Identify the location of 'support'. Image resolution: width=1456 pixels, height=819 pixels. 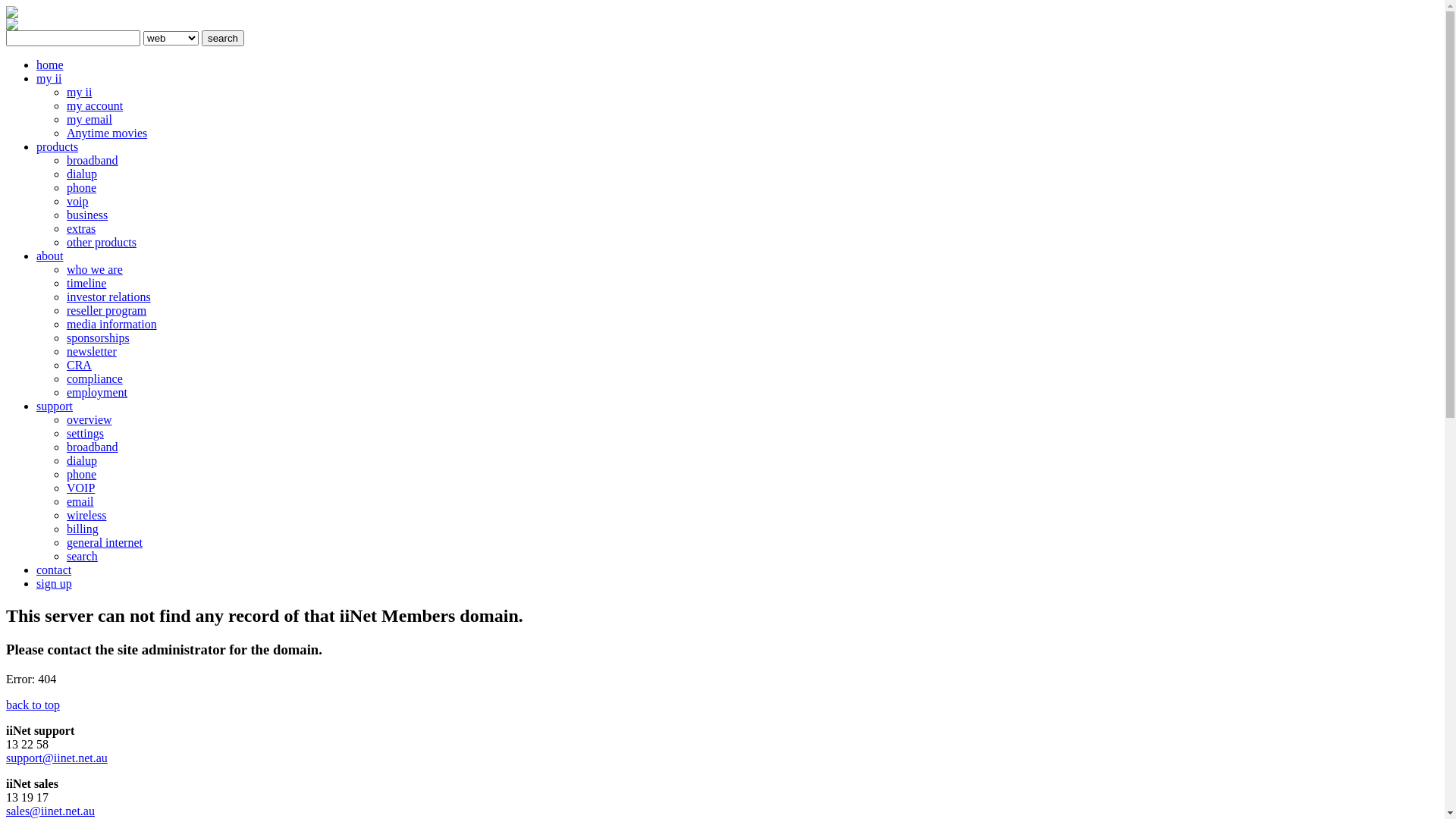
(55, 405).